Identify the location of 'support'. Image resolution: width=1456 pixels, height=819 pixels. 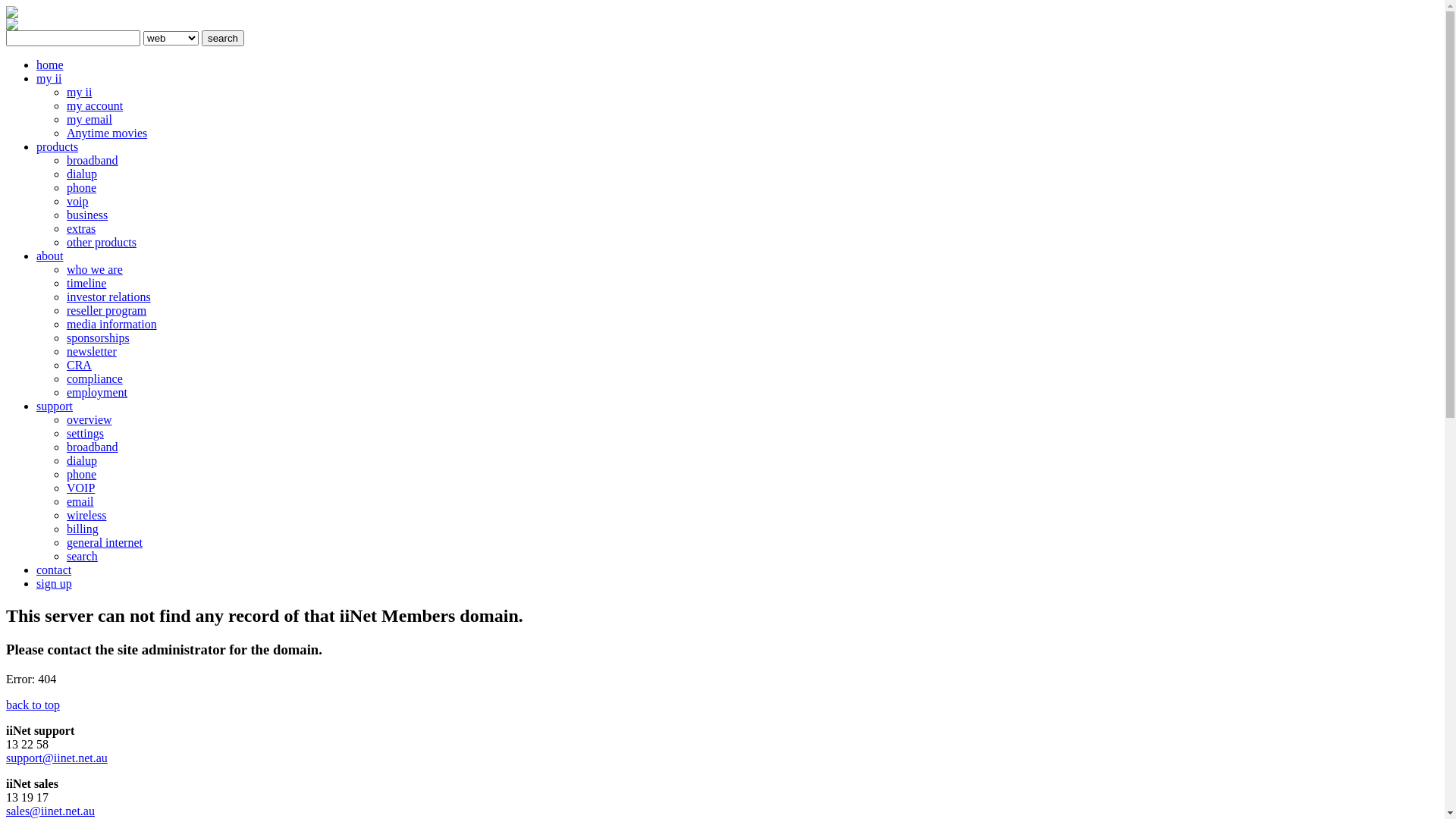
(55, 405).